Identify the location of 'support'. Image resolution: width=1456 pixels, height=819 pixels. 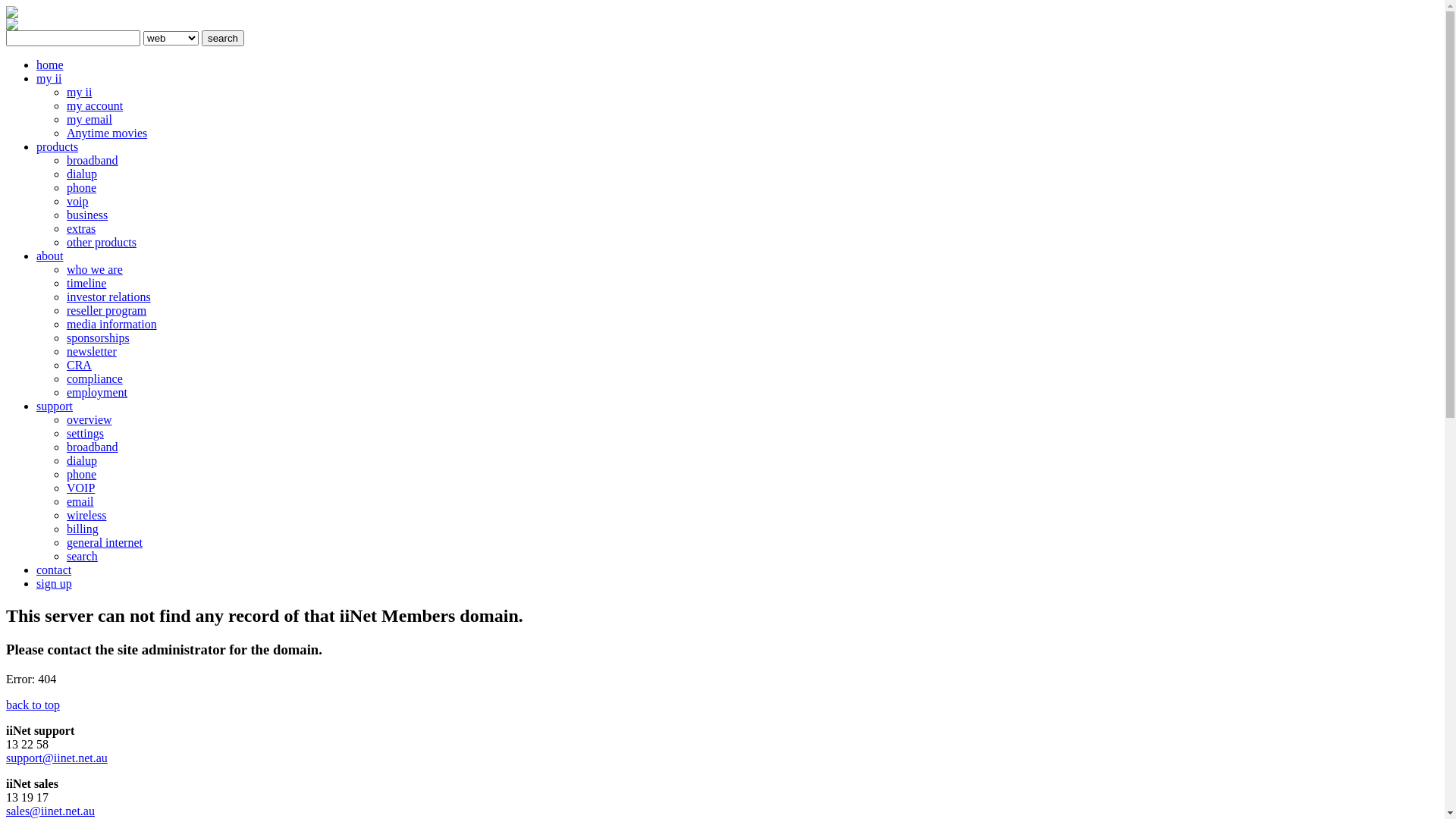
(55, 405).